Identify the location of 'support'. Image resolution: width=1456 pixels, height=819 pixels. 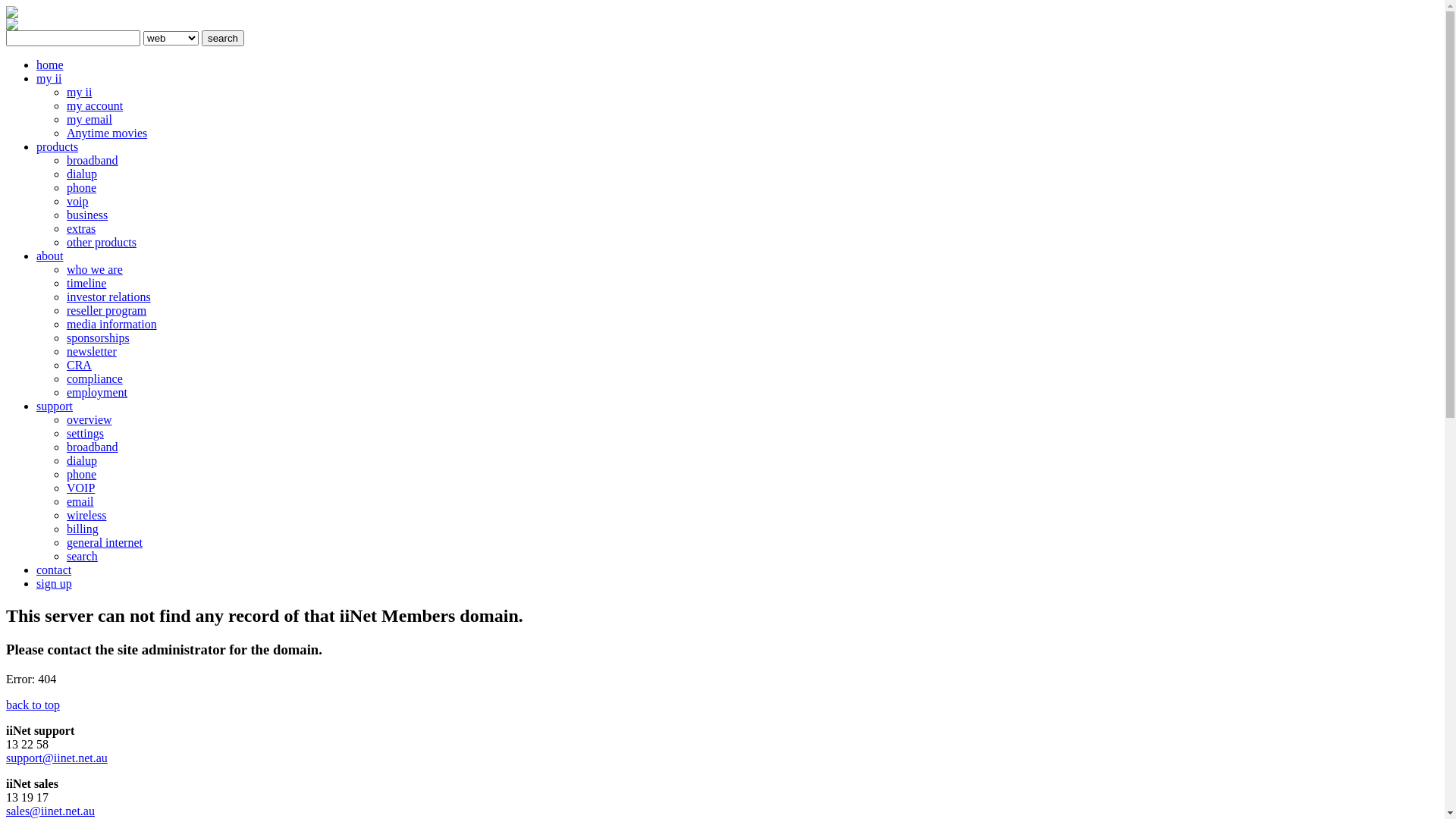
(55, 405).